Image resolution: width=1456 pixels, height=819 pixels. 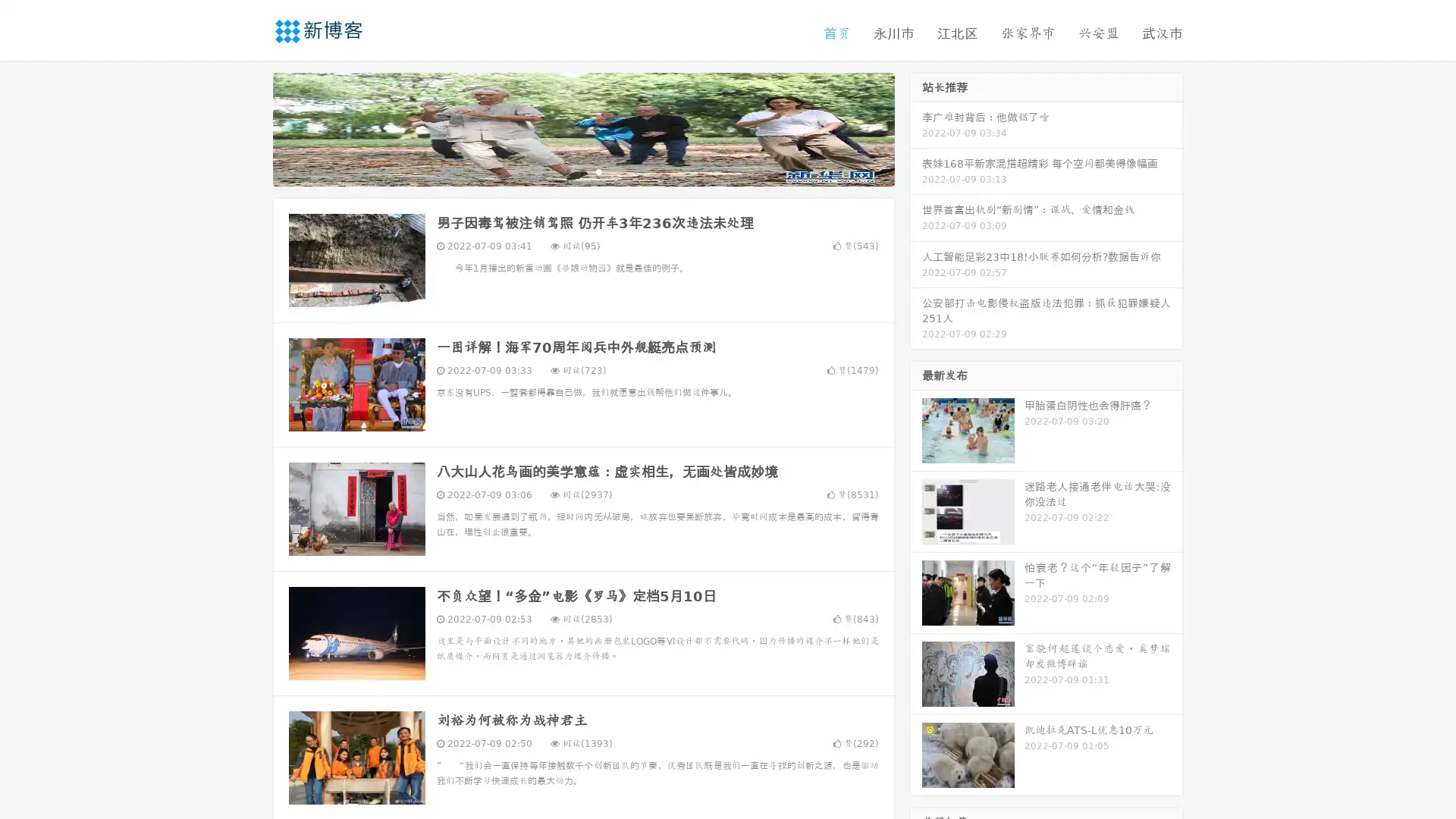 I want to click on Next slide, so click(x=916, y=127).